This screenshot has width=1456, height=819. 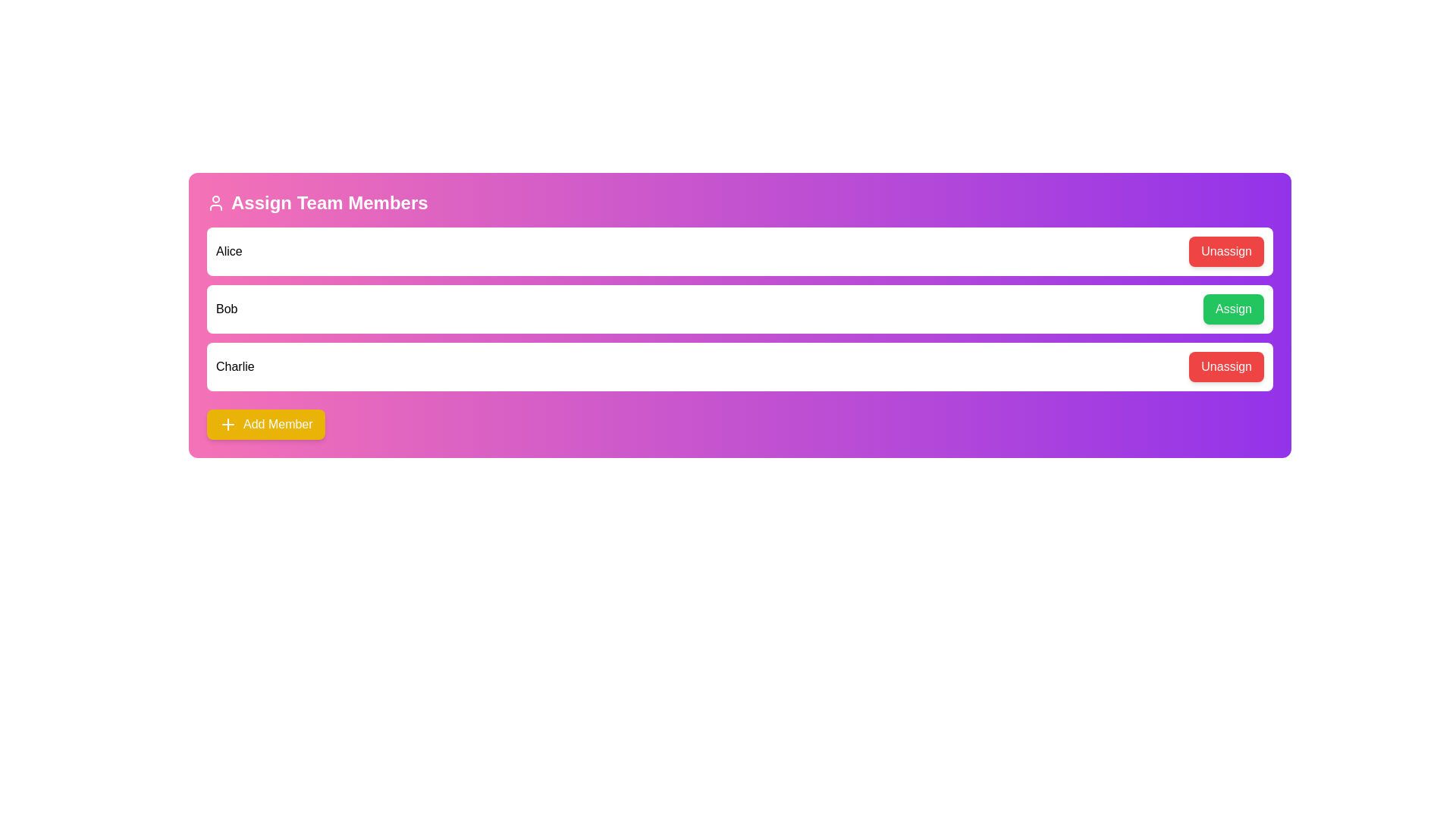 What do you see at coordinates (1226, 366) in the screenshot?
I see `the button for unassigning tasks associated with the user 'Charlie', located in the third row at the far right of the purple interface box` at bounding box center [1226, 366].